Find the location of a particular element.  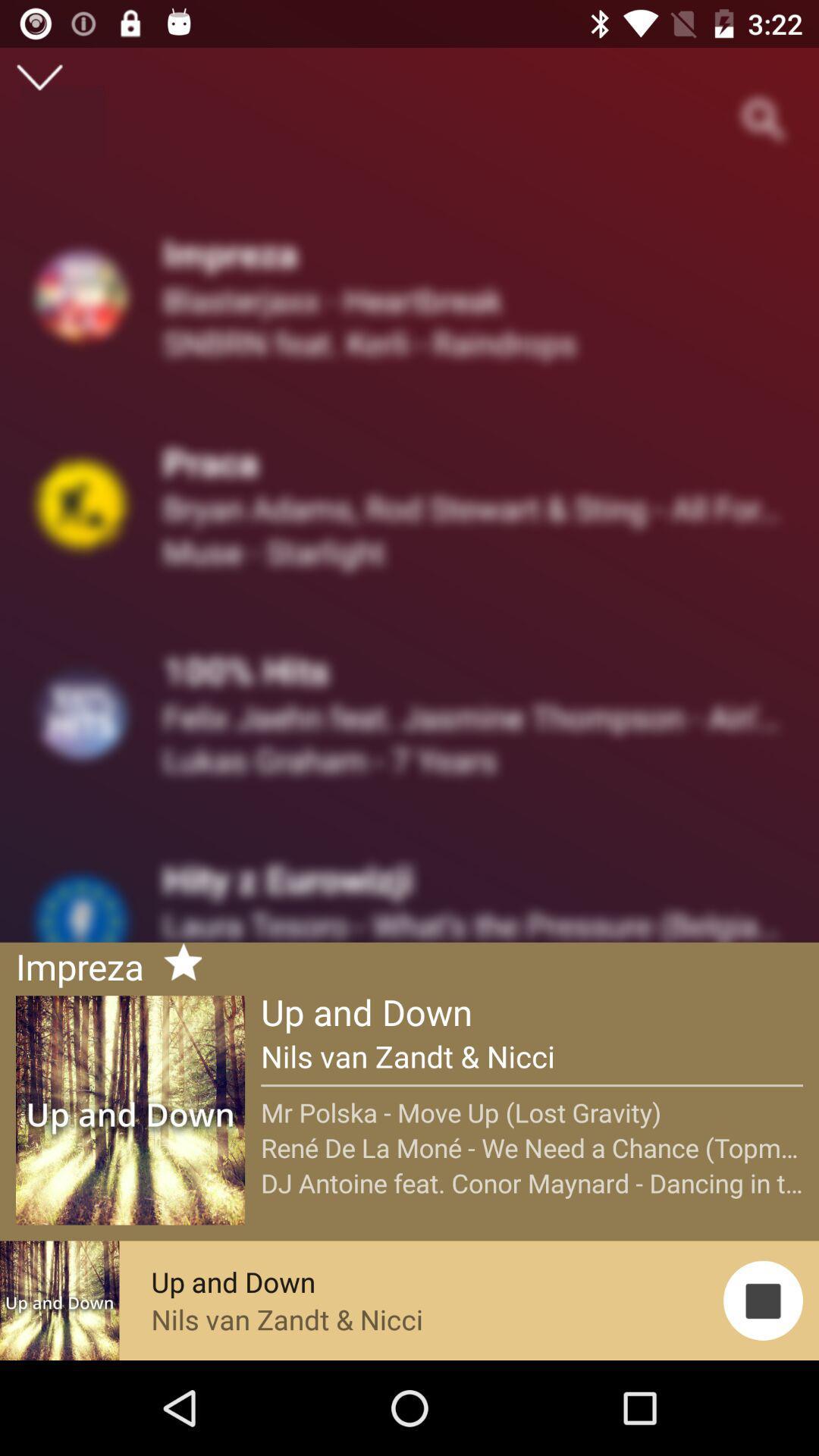

the item above impreza is located at coordinates (39, 77).